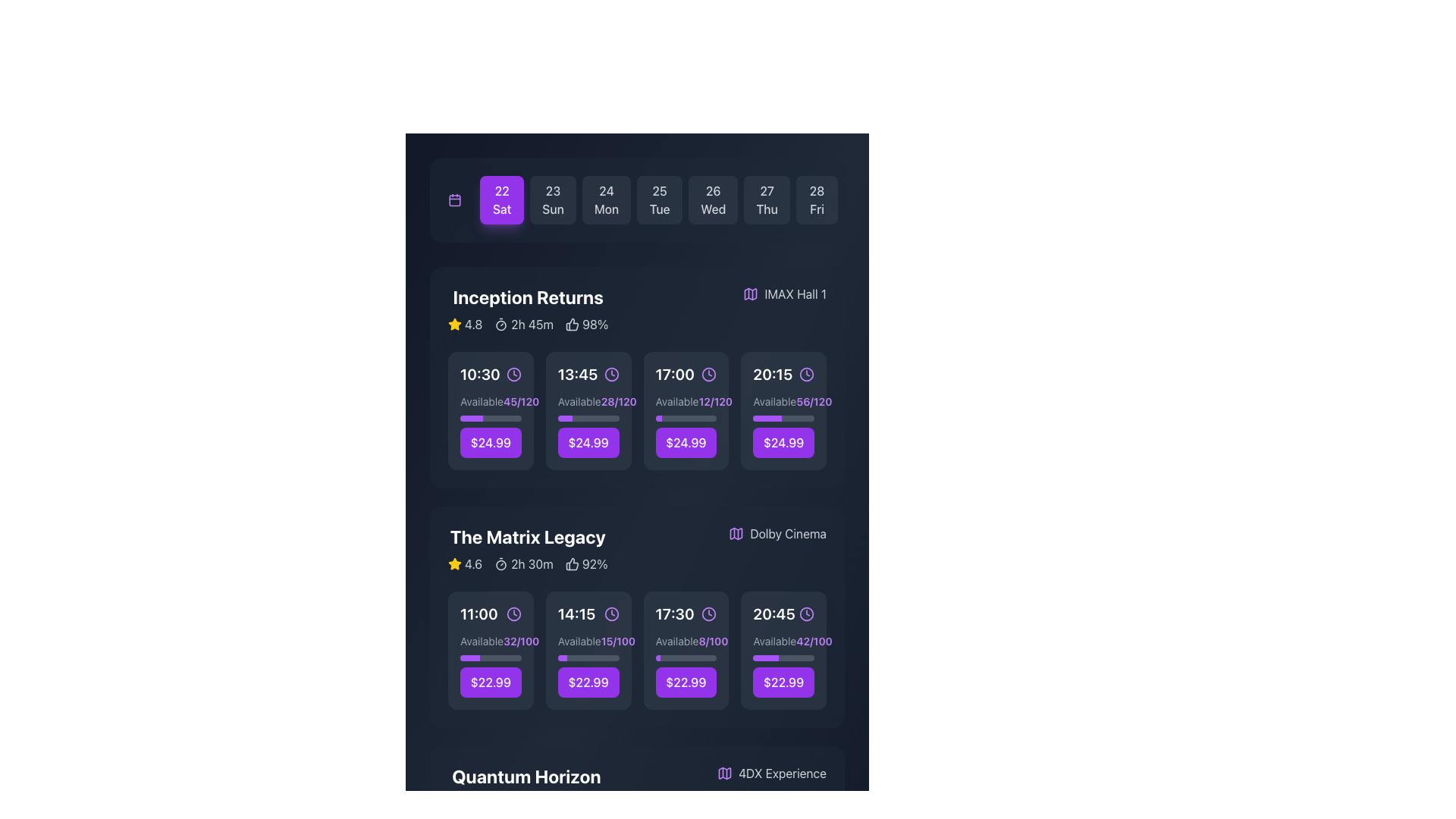 The height and width of the screenshot is (819, 1456). What do you see at coordinates (588, 657) in the screenshot?
I see `the progress indicator for the available seats in 'The Matrix Legacy' section under the time slot '14:15', located above the price '$22.99' and below the text 'Available15/100'` at bounding box center [588, 657].